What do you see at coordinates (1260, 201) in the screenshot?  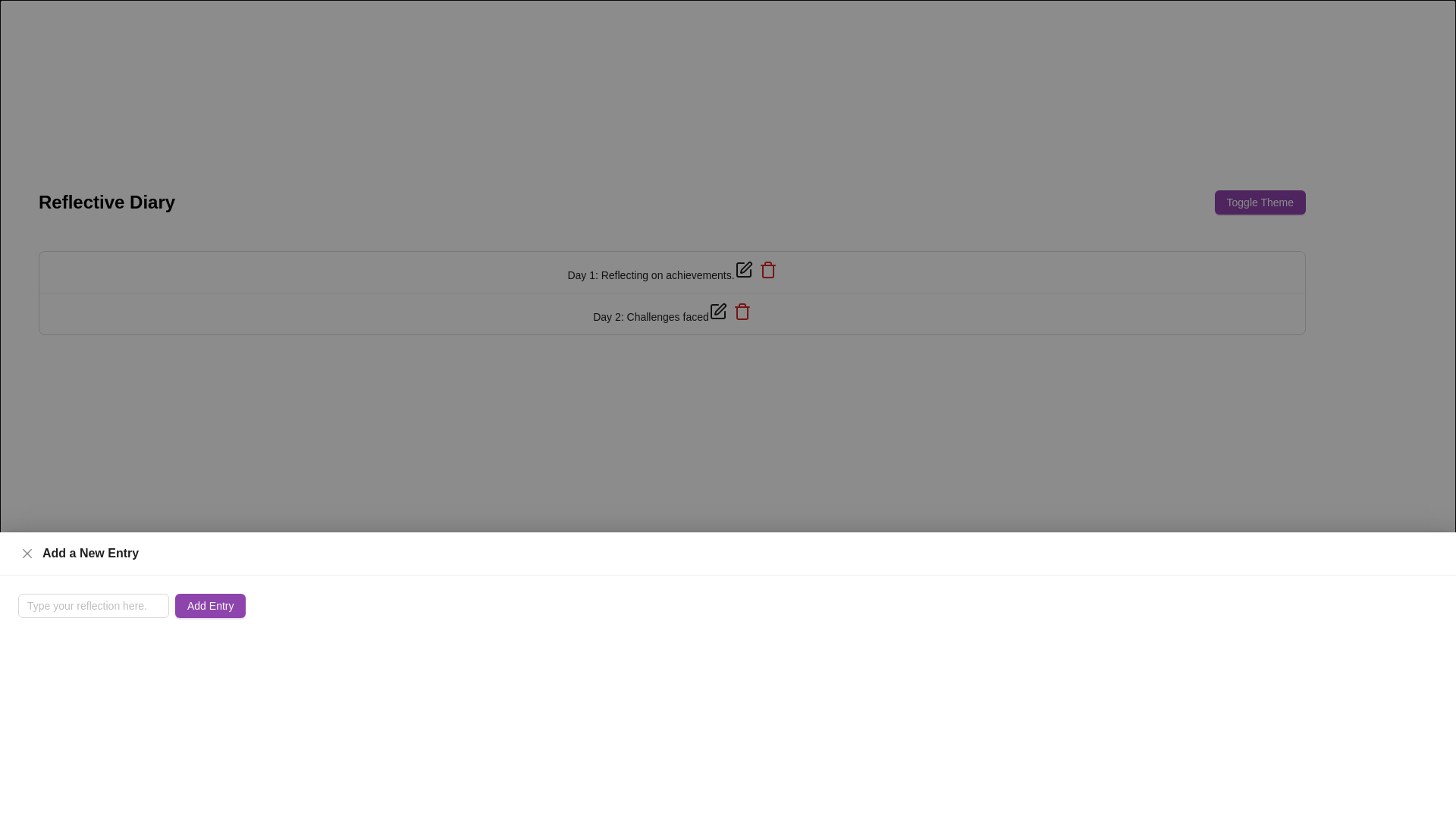 I see `the theme toggle button located in the upper-right corner of the interface to switch between light and dark modes` at bounding box center [1260, 201].